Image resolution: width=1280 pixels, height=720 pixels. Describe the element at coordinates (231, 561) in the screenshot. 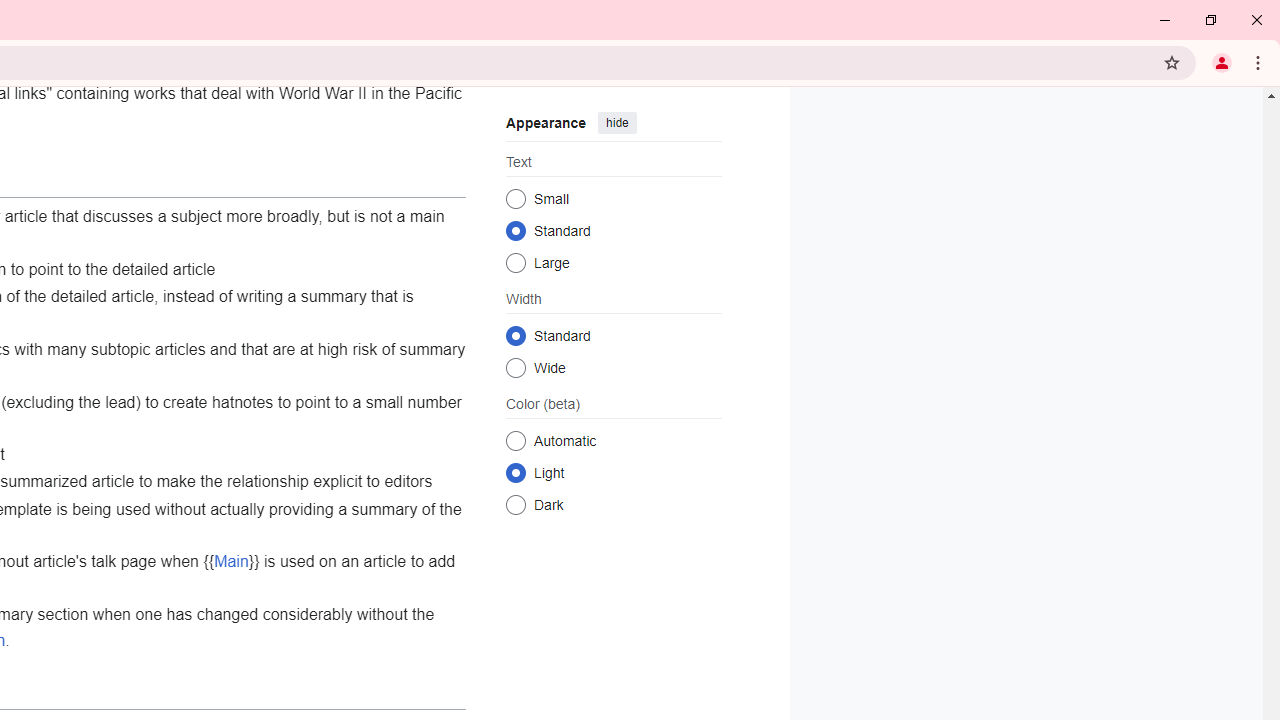

I see `'Main'` at that location.